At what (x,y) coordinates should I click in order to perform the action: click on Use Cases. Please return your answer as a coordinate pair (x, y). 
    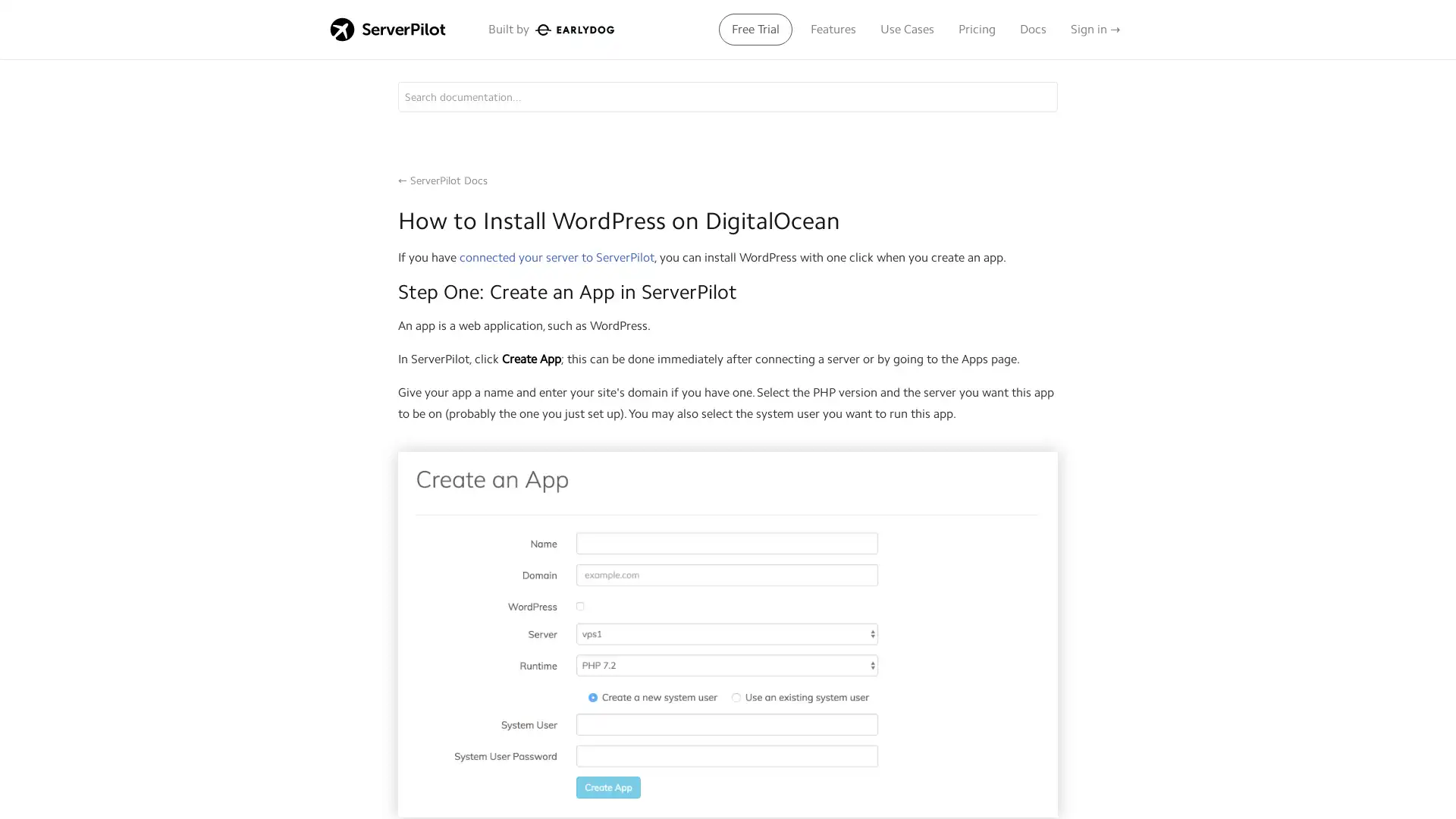
    Looking at the image, I should click on (907, 29).